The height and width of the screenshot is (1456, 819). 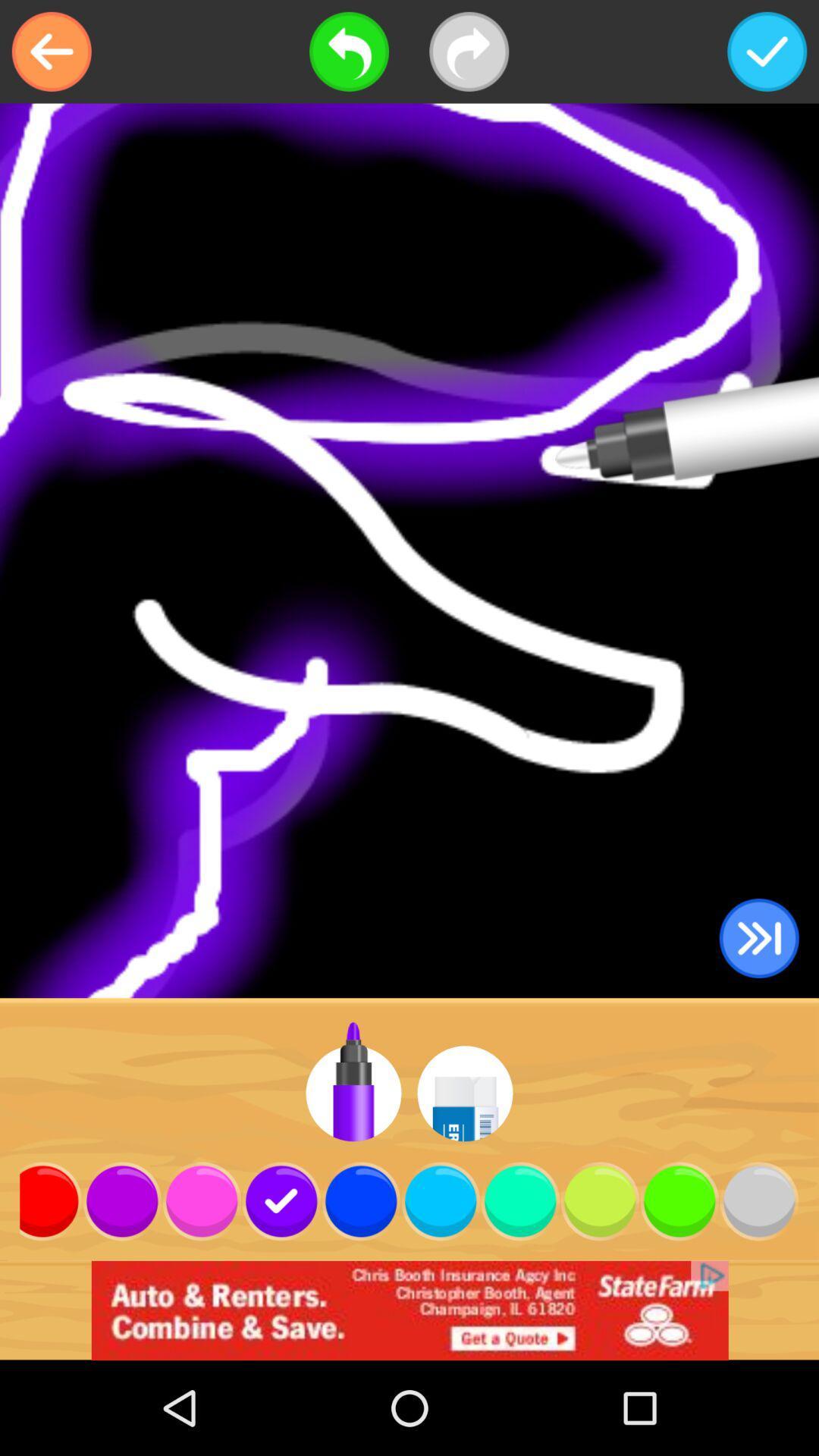 I want to click on next button, so click(x=468, y=52).